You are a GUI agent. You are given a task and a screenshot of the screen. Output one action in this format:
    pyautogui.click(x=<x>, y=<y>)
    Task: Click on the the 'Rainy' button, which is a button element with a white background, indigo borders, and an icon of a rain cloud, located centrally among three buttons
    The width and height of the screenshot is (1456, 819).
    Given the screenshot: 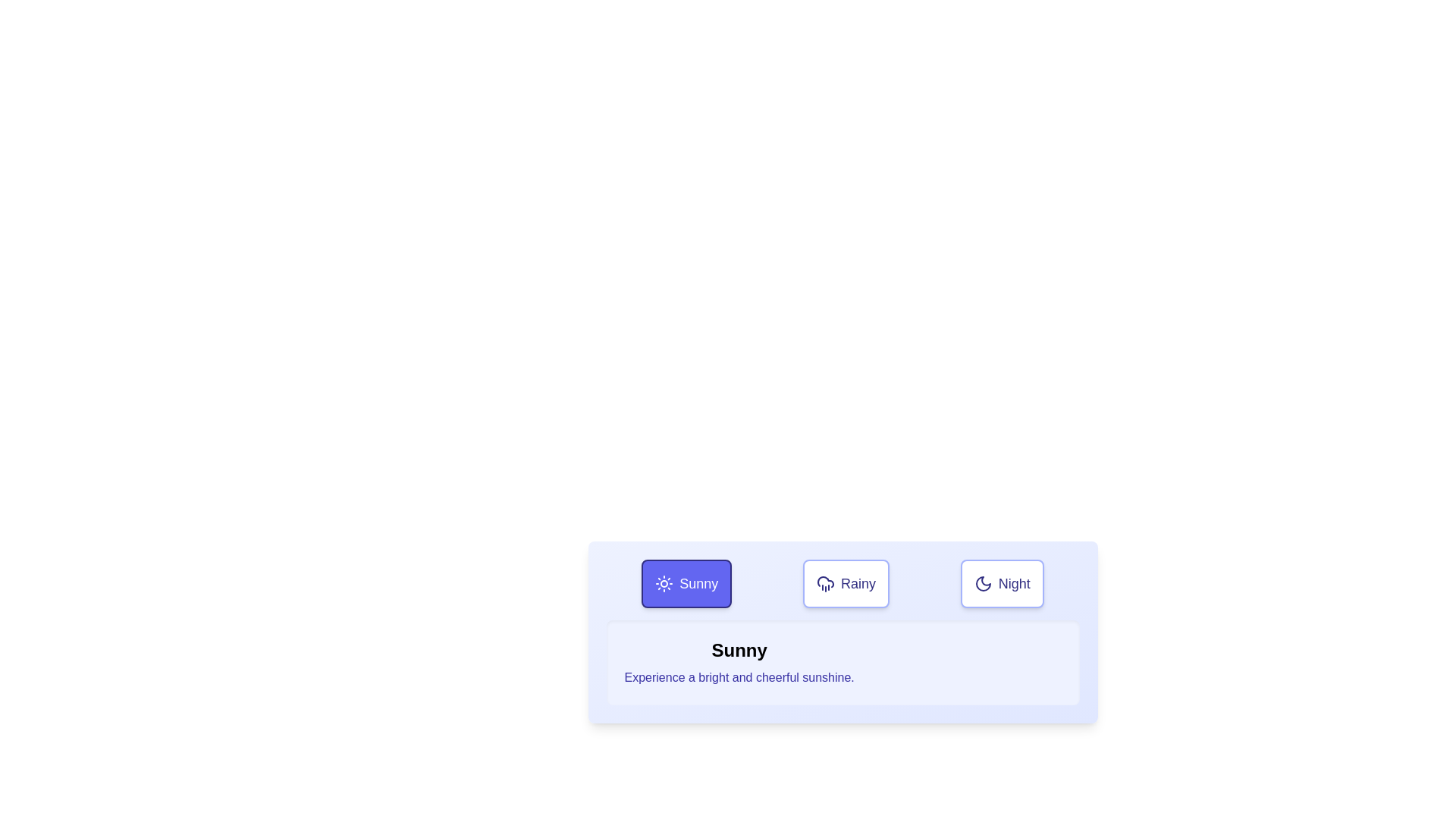 What is the action you would take?
    pyautogui.click(x=846, y=583)
    